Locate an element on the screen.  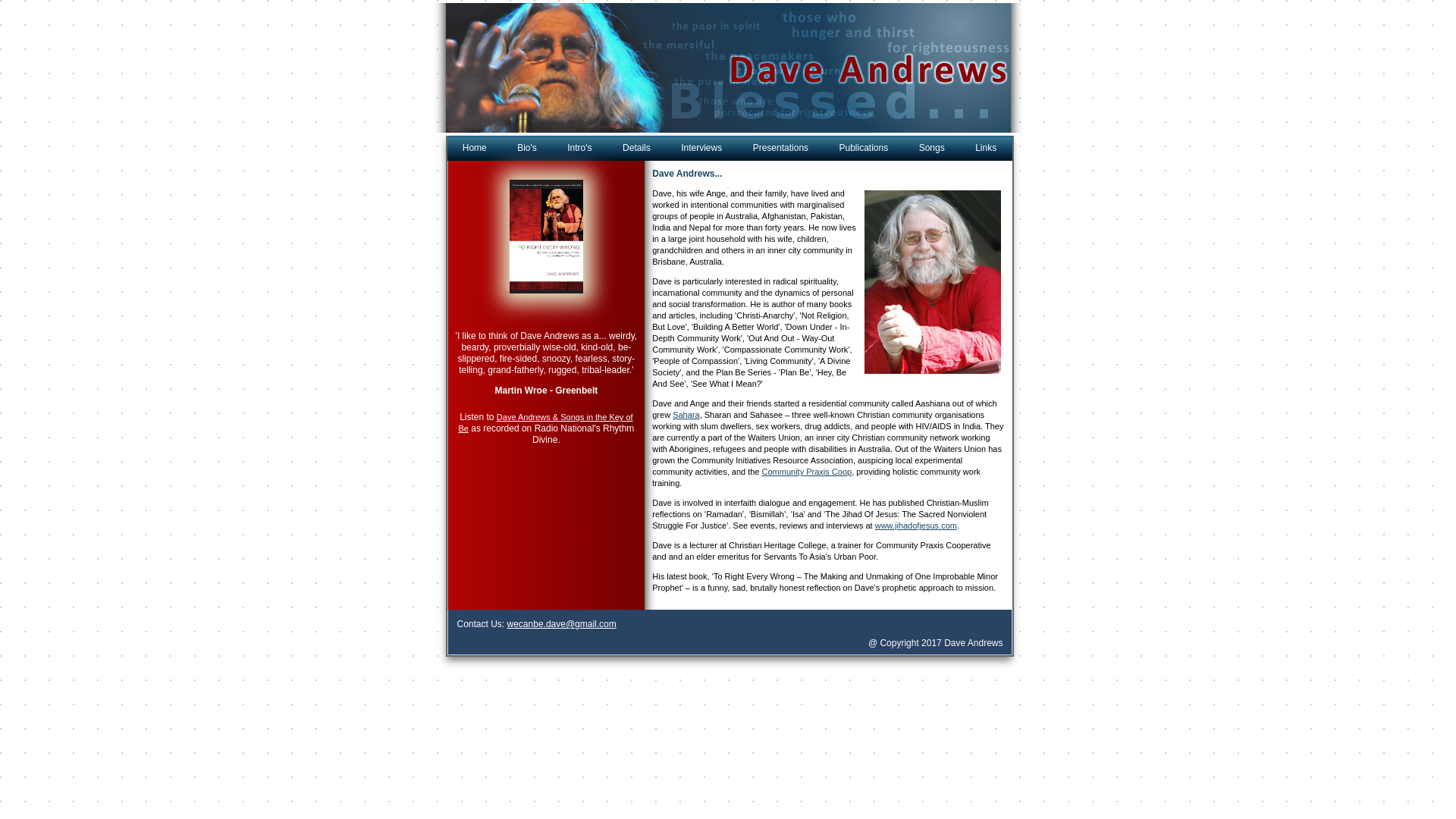
'Songs' is located at coordinates (930, 148).